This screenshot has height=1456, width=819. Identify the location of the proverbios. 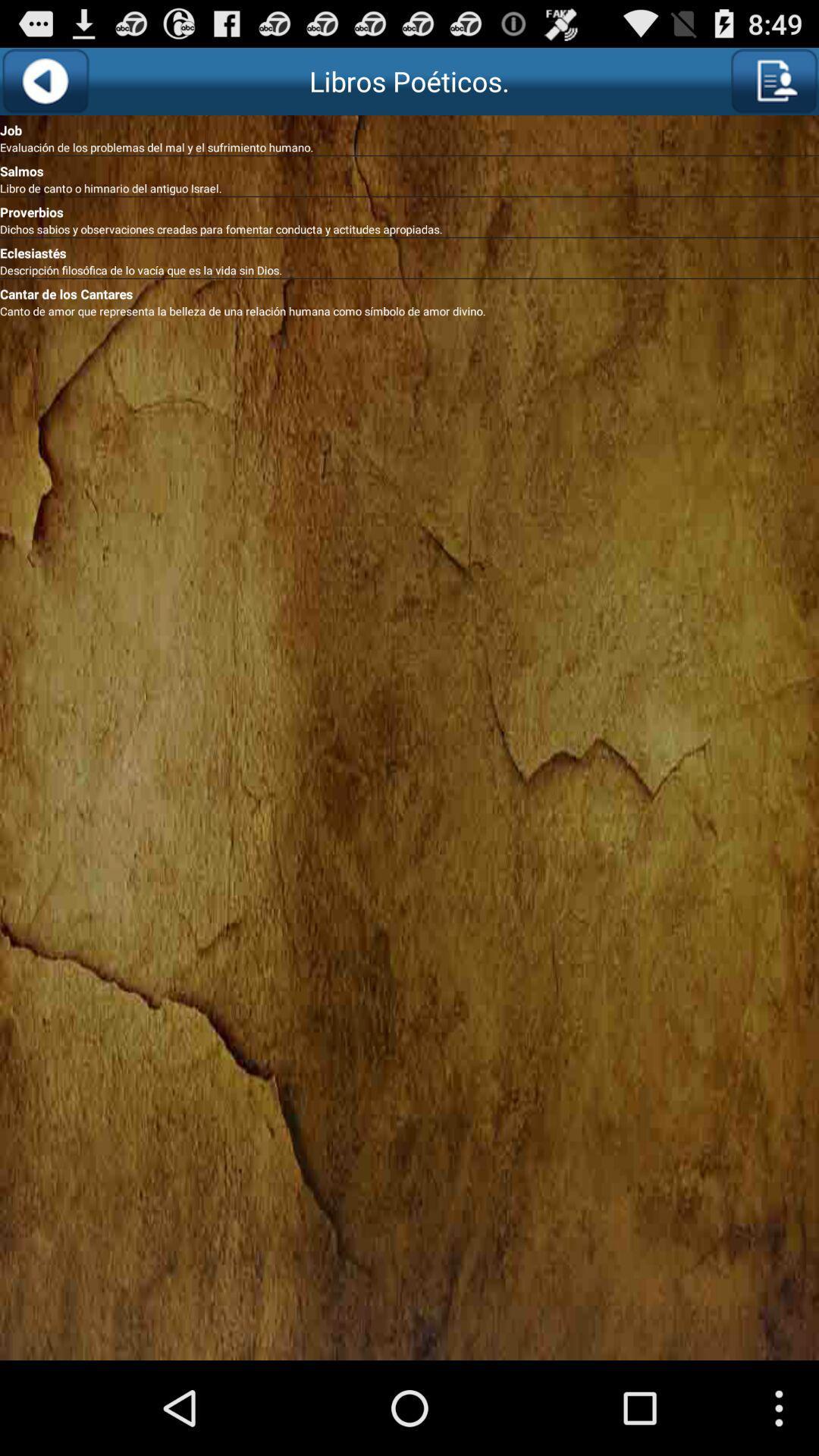
(409, 209).